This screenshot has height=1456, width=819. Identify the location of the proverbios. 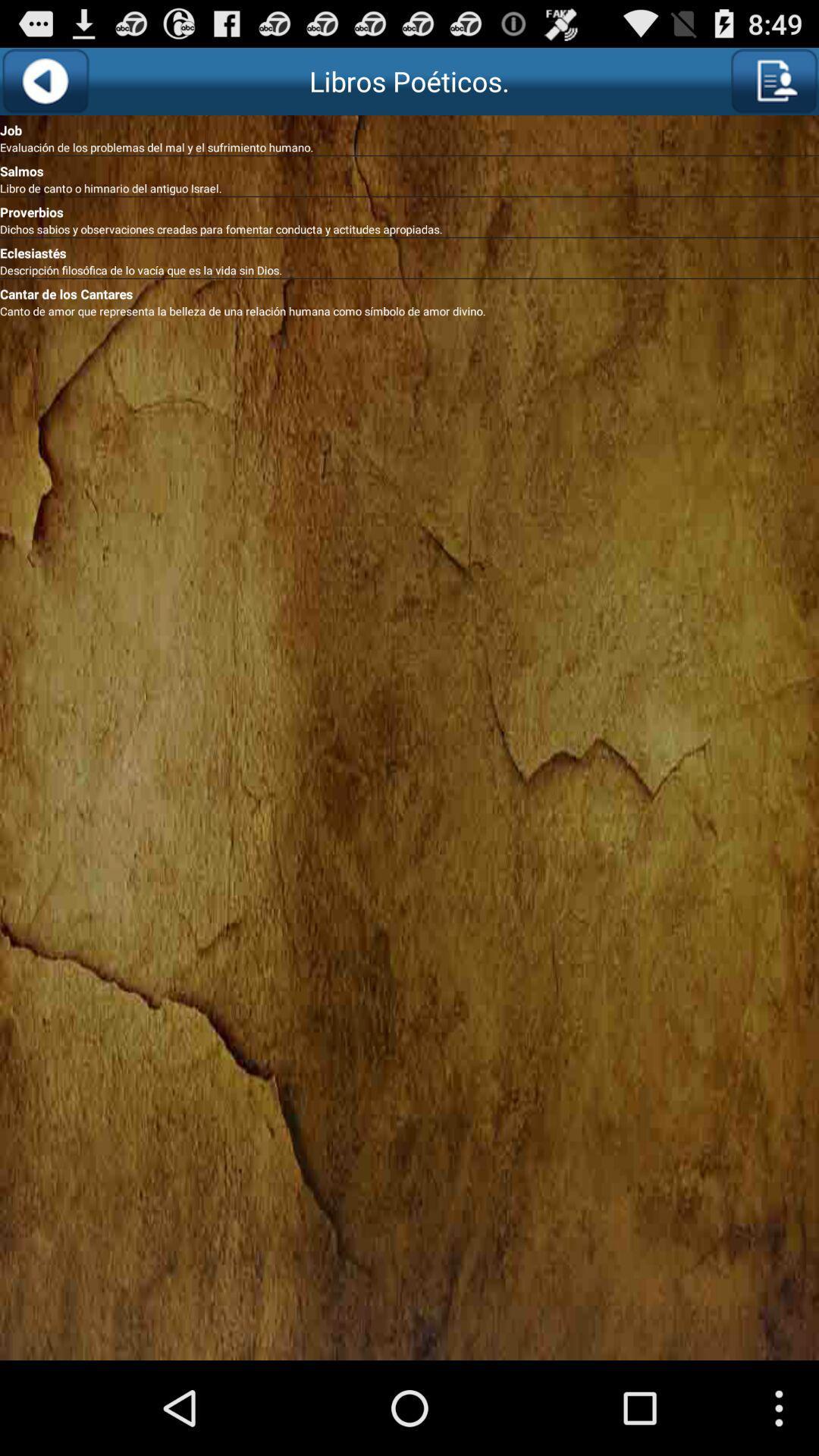
(409, 209).